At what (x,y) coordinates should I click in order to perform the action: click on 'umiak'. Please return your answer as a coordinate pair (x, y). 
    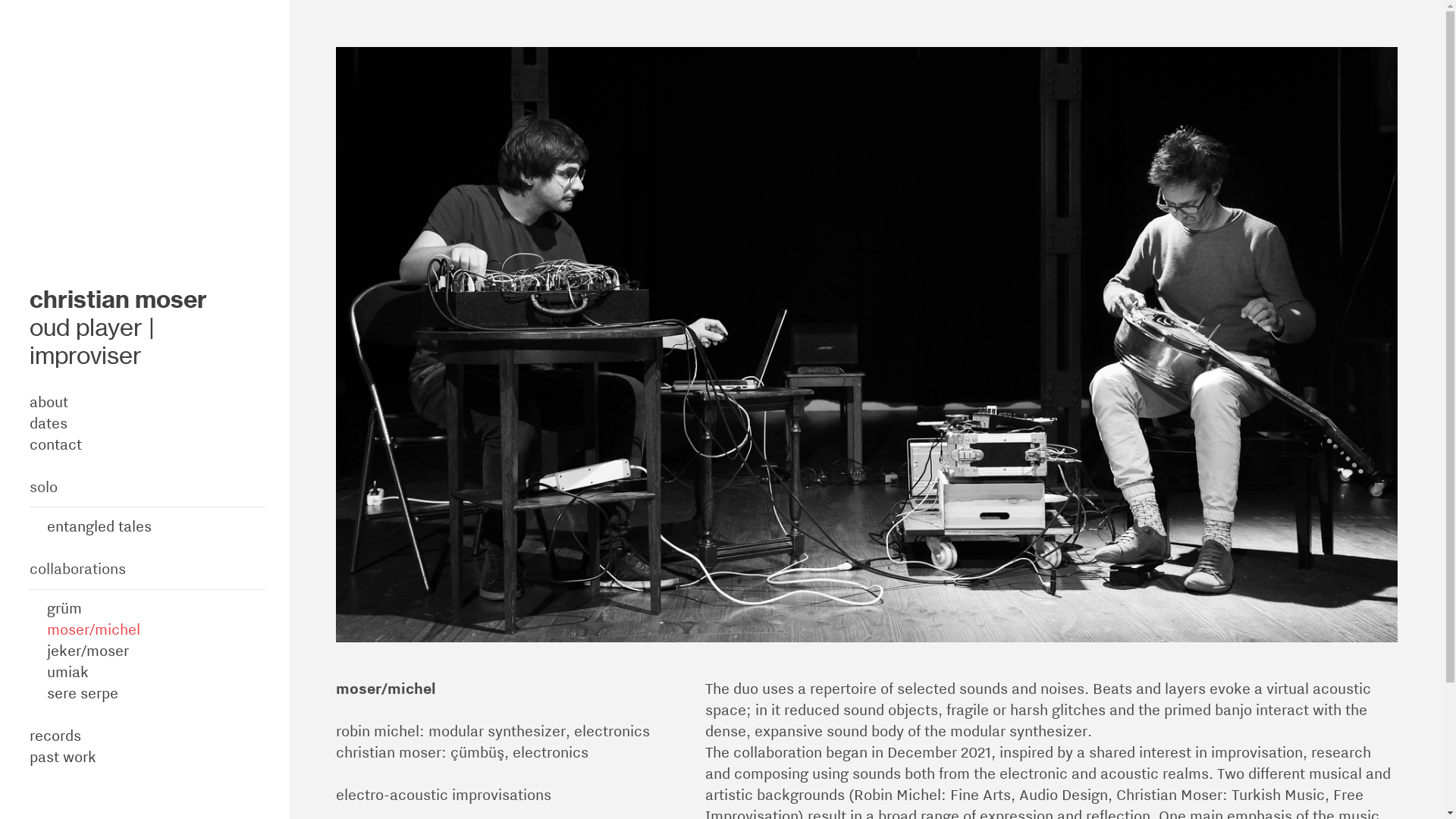
    Looking at the image, I should click on (67, 671).